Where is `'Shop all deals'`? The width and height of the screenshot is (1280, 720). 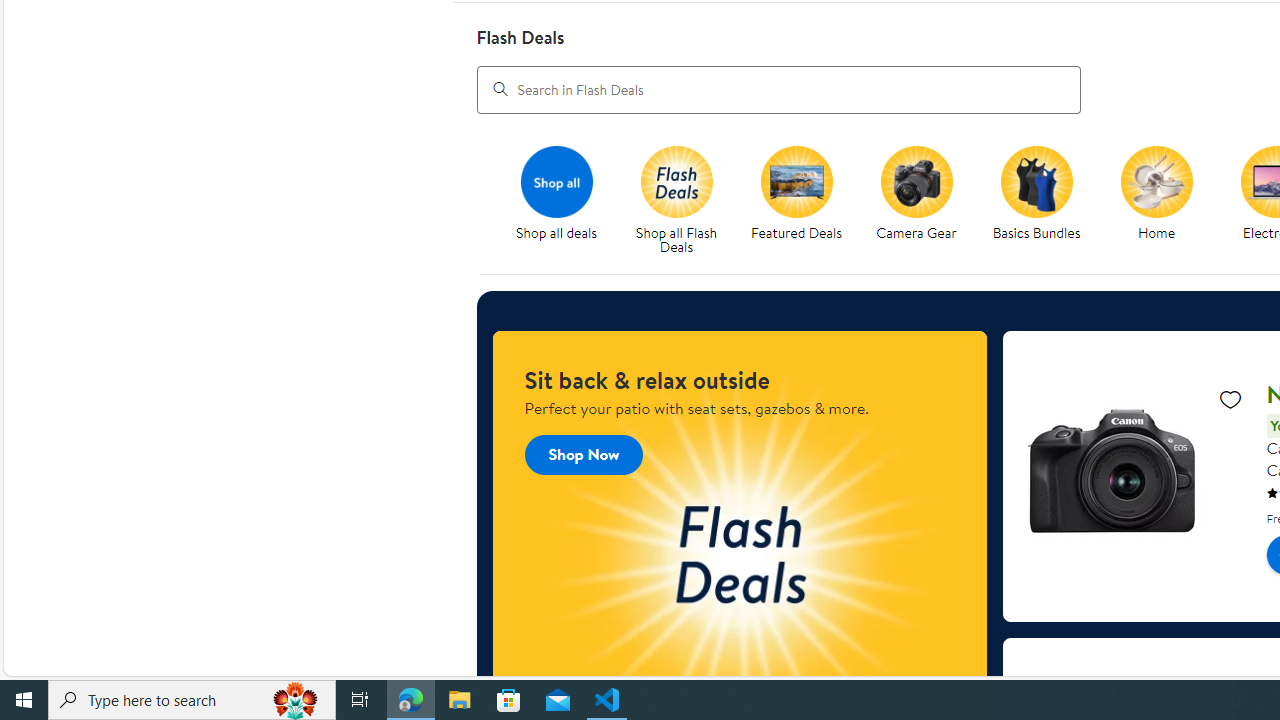 'Shop all deals' is located at coordinates (563, 201).